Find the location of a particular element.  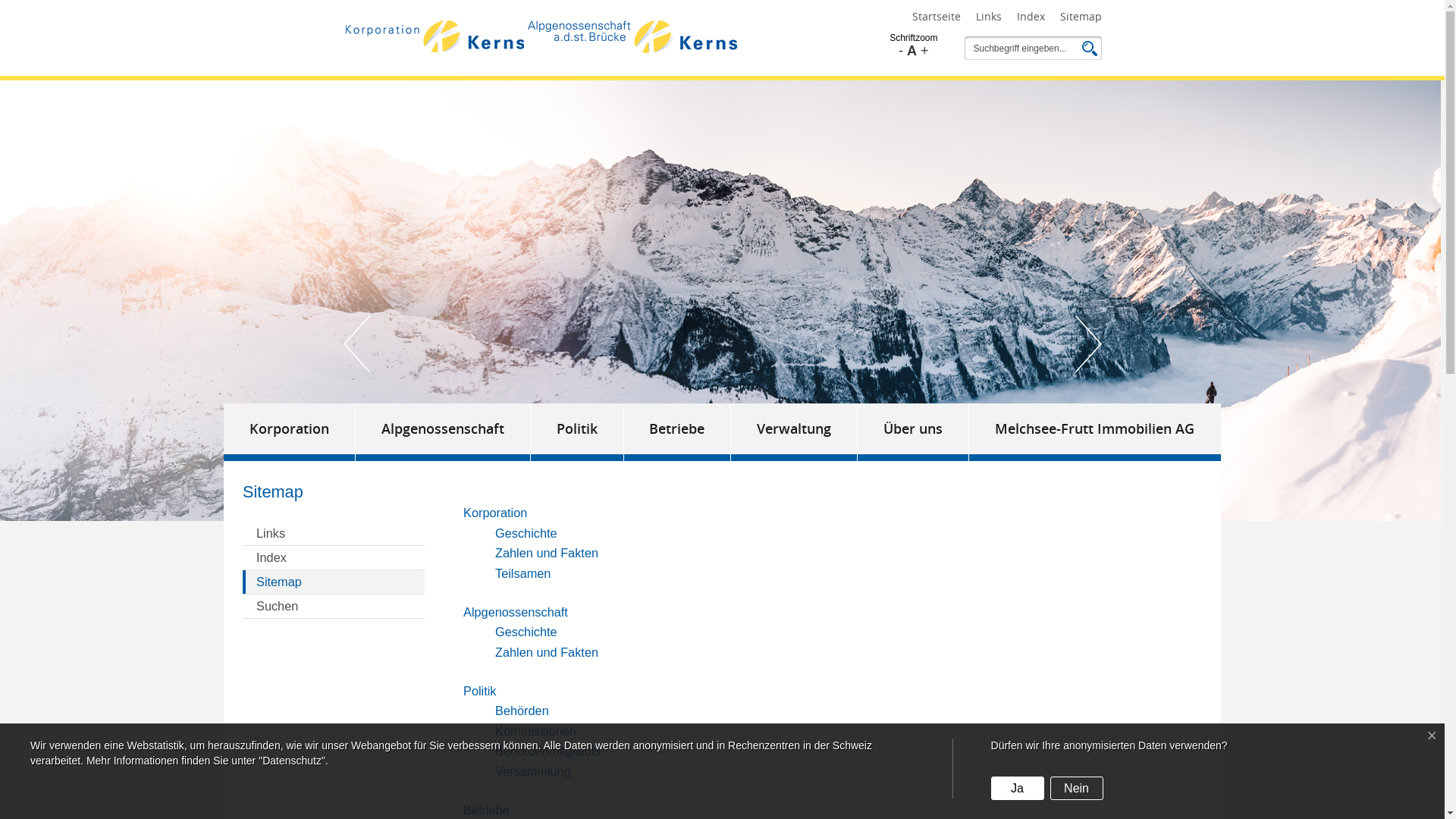

'Links' is located at coordinates (987, 17).